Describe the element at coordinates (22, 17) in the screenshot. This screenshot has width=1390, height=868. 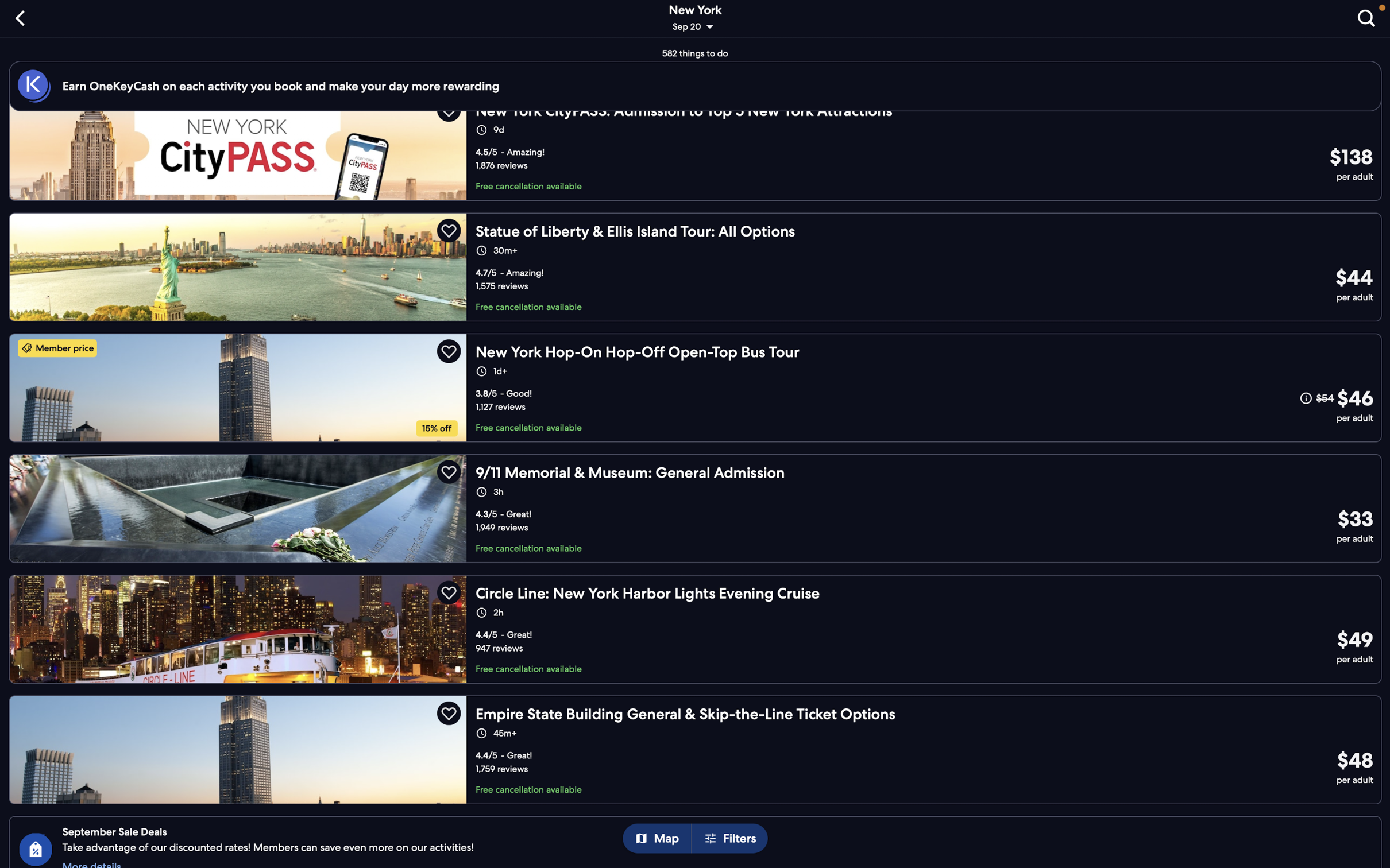
I see `Go to the previous page by selecting the "back" function` at that location.